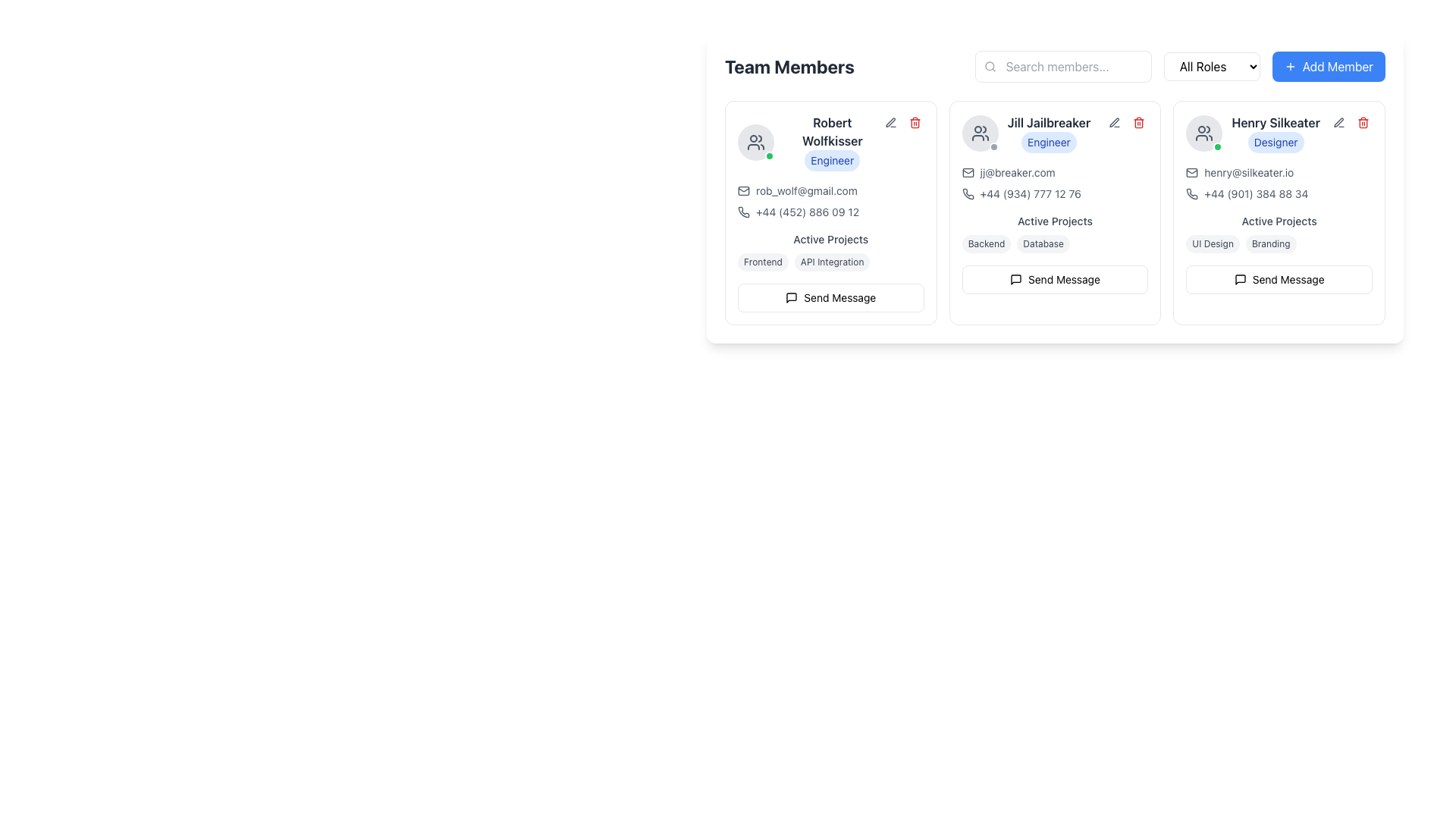 The width and height of the screenshot is (1456, 819). What do you see at coordinates (1275, 122) in the screenshot?
I see `the Text label displaying 'Henry Silkeater' in bold, dark gray font located in the rightmost user card, positioned above the 'Designer' badge` at bounding box center [1275, 122].